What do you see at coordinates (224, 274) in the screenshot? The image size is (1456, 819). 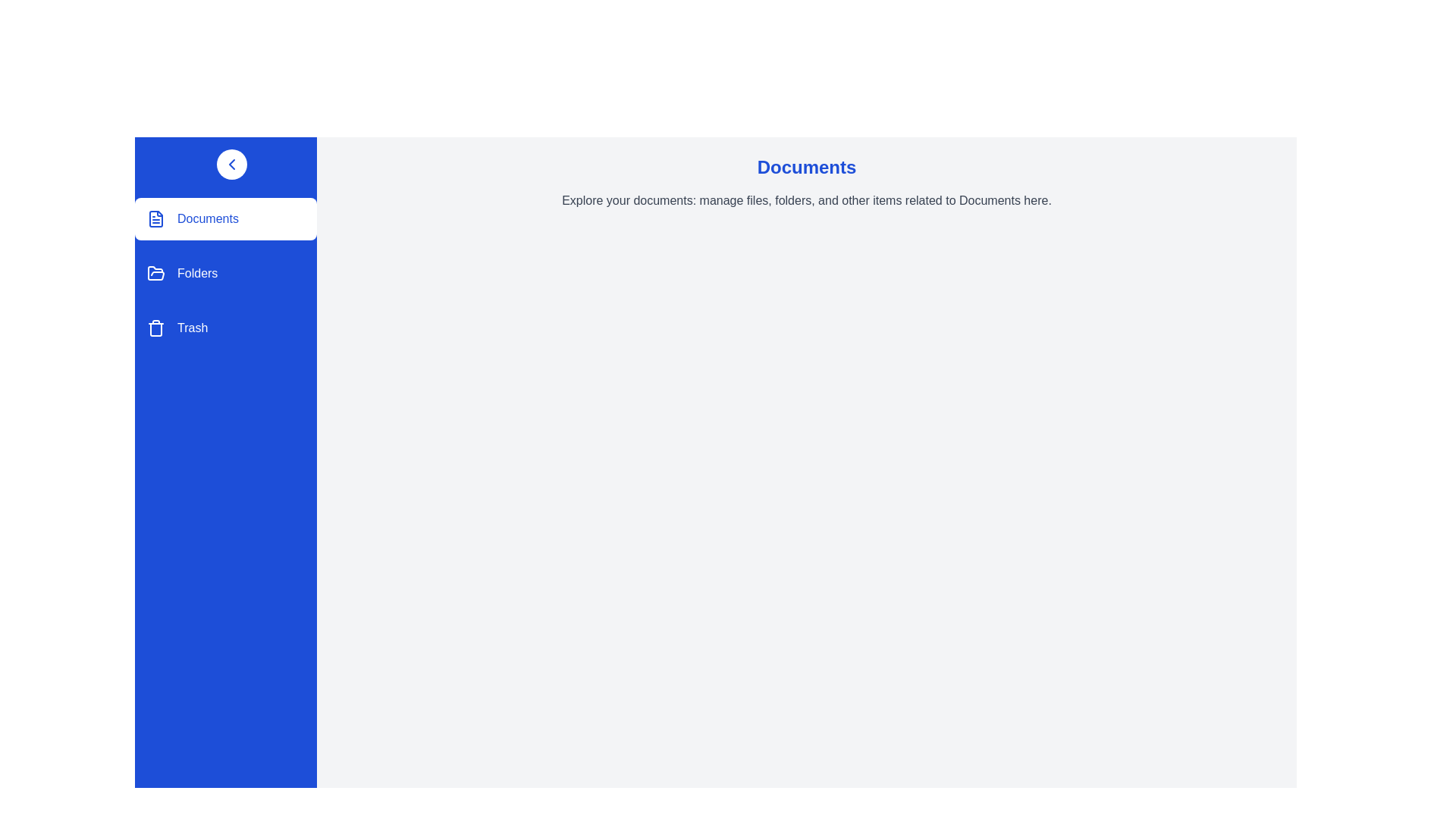 I see `the Folders section from the menu` at bounding box center [224, 274].